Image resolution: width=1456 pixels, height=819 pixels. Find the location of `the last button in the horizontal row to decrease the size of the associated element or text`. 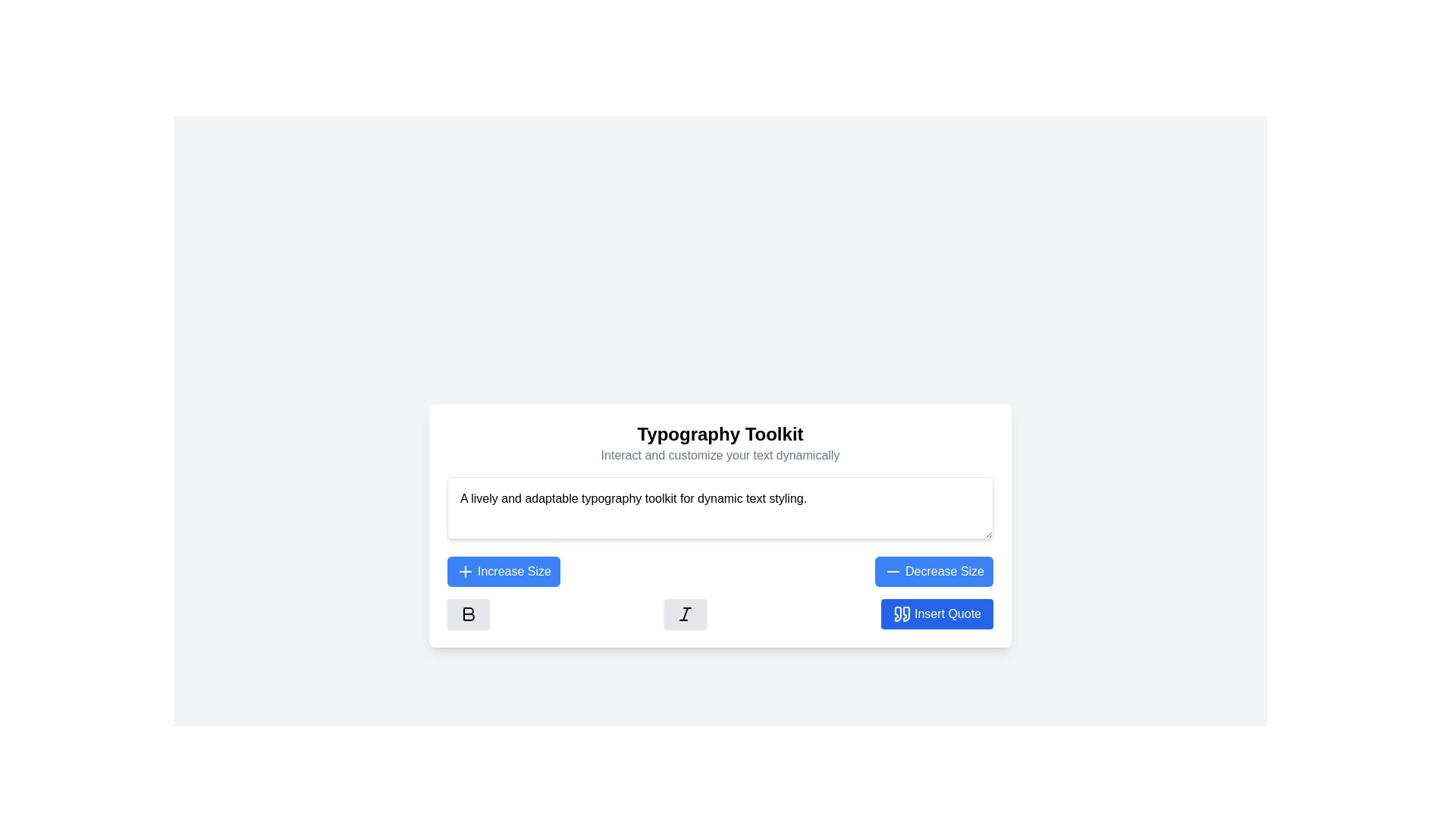

the last button in the horizontal row to decrease the size of the associated element or text is located at coordinates (934, 571).